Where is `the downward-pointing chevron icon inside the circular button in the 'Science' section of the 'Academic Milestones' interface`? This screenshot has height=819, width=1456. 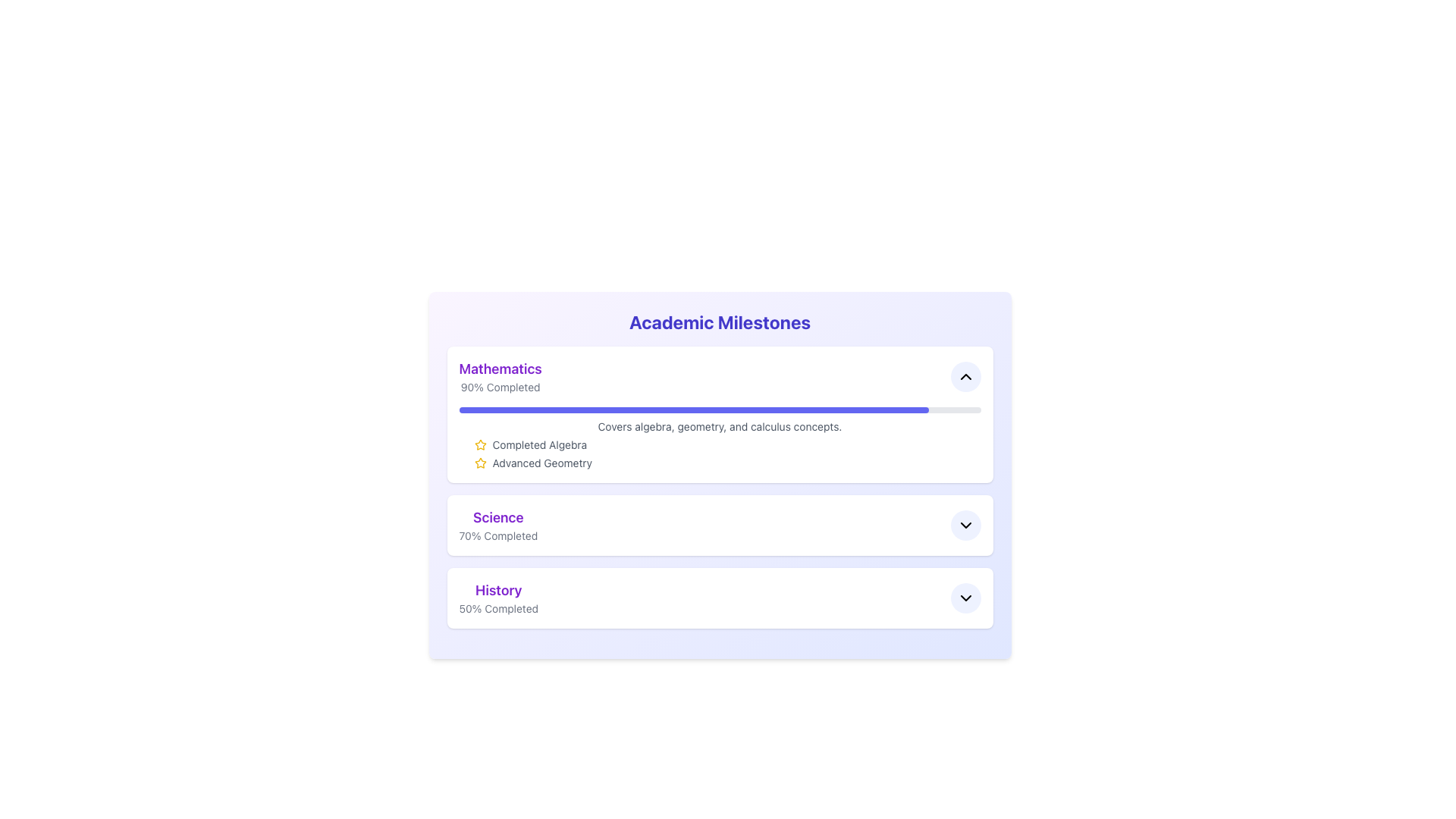
the downward-pointing chevron icon inside the circular button in the 'Science' section of the 'Academic Milestones' interface is located at coordinates (965, 525).